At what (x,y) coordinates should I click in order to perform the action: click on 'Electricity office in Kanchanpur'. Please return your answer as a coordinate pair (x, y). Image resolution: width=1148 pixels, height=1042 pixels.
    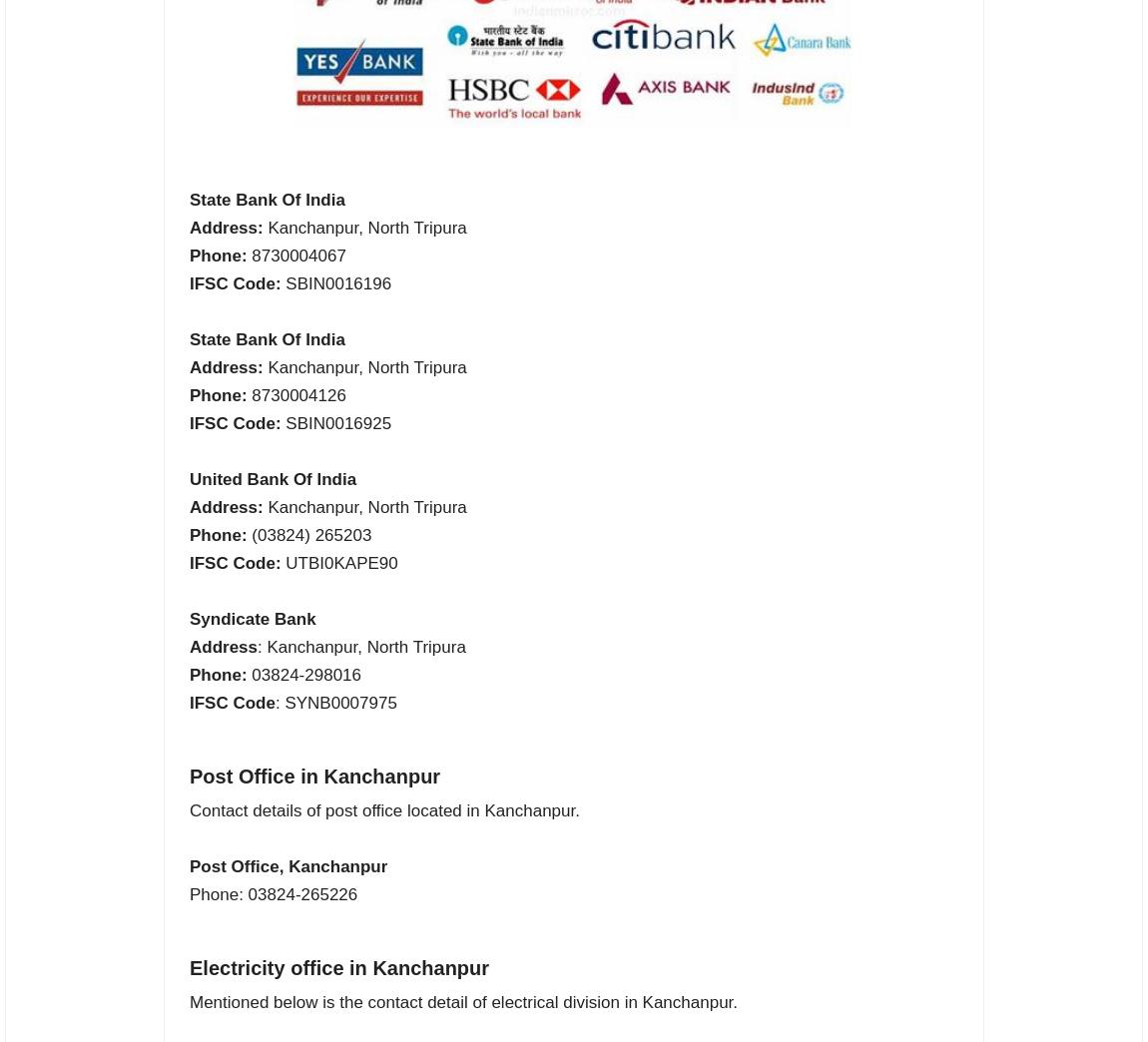
    Looking at the image, I should click on (339, 966).